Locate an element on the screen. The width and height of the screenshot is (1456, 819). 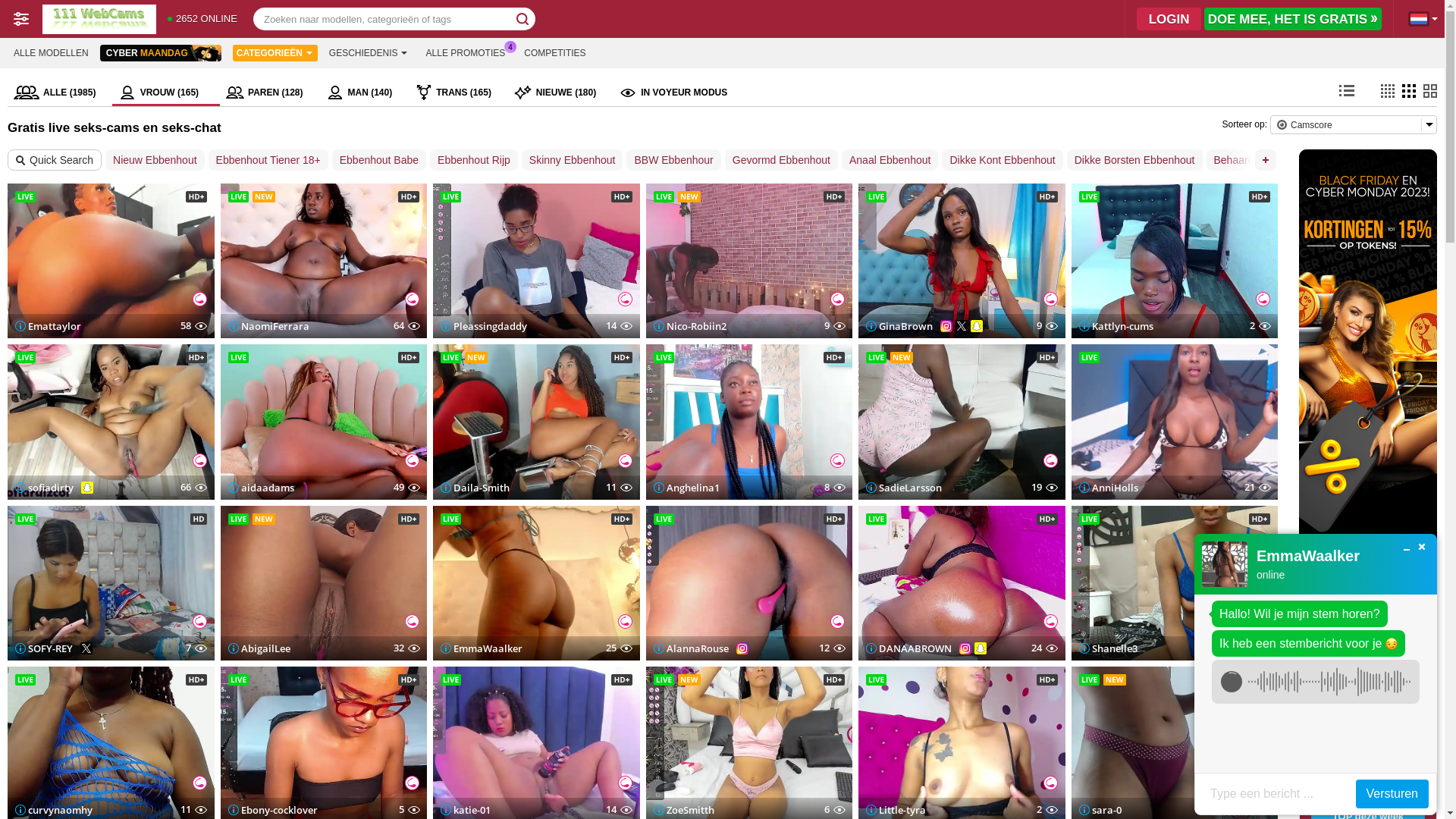
'VROUW (165)' is located at coordinates (111, 93).